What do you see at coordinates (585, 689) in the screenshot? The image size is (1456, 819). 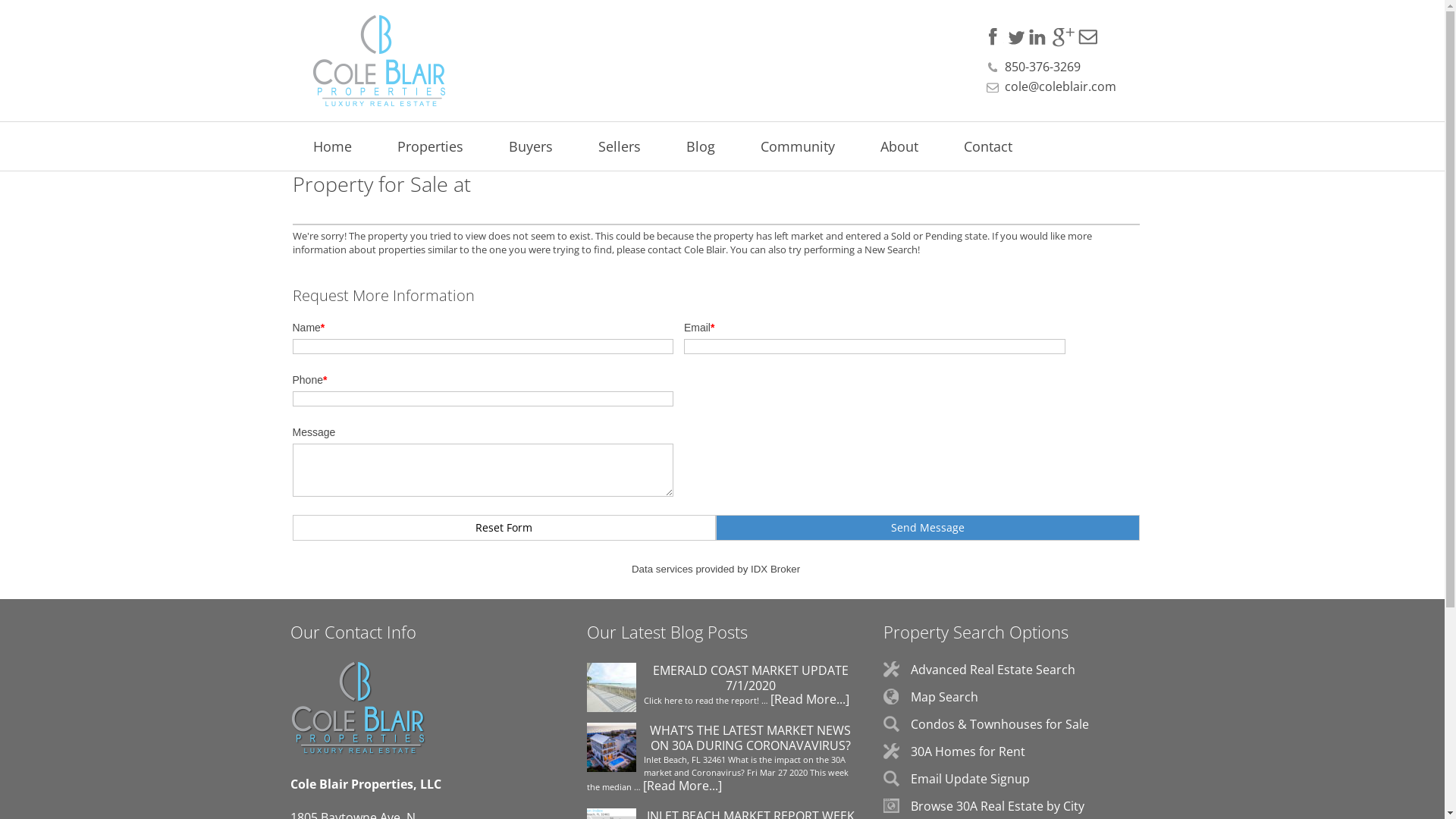 I see `'EMERALD COAST MARKET UPDATE 7/1/2020'` at bounding box center [585, 689].